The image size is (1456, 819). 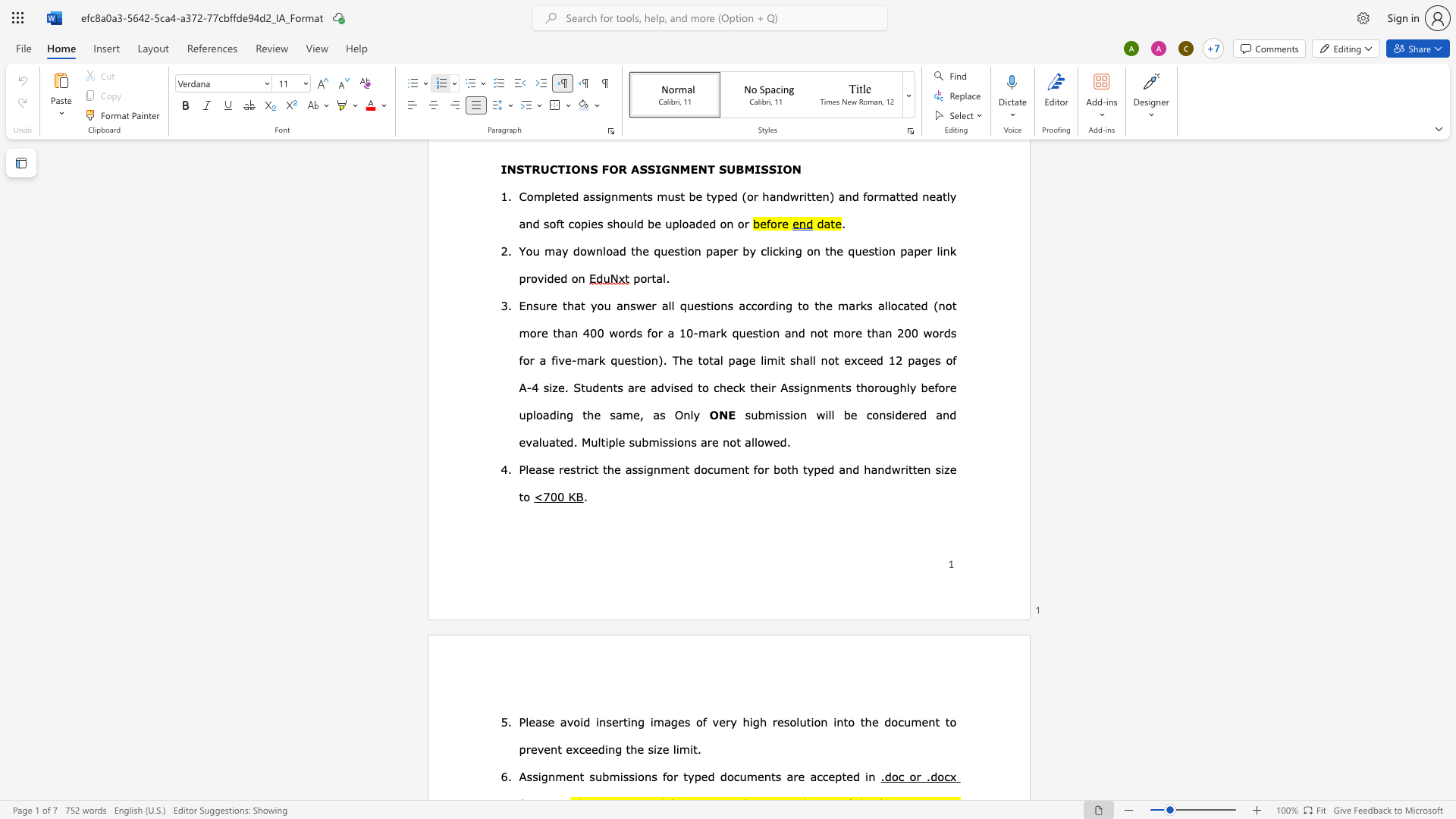 I want to click on the space between the continuous character "t" and "e" in the text, so click(x=917, y=468).